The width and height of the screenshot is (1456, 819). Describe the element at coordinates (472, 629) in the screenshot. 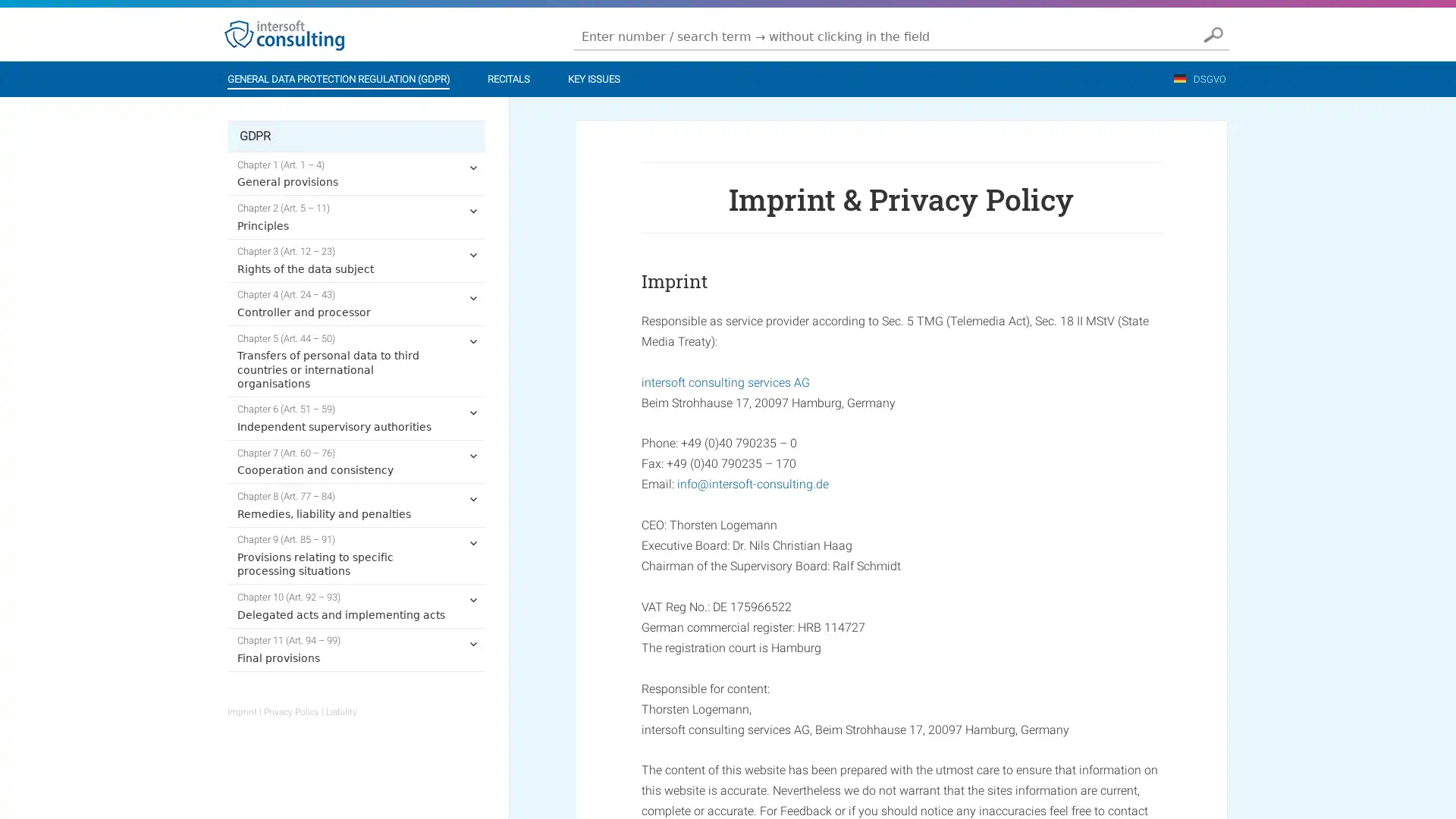

I see `expand child menu` at that location.